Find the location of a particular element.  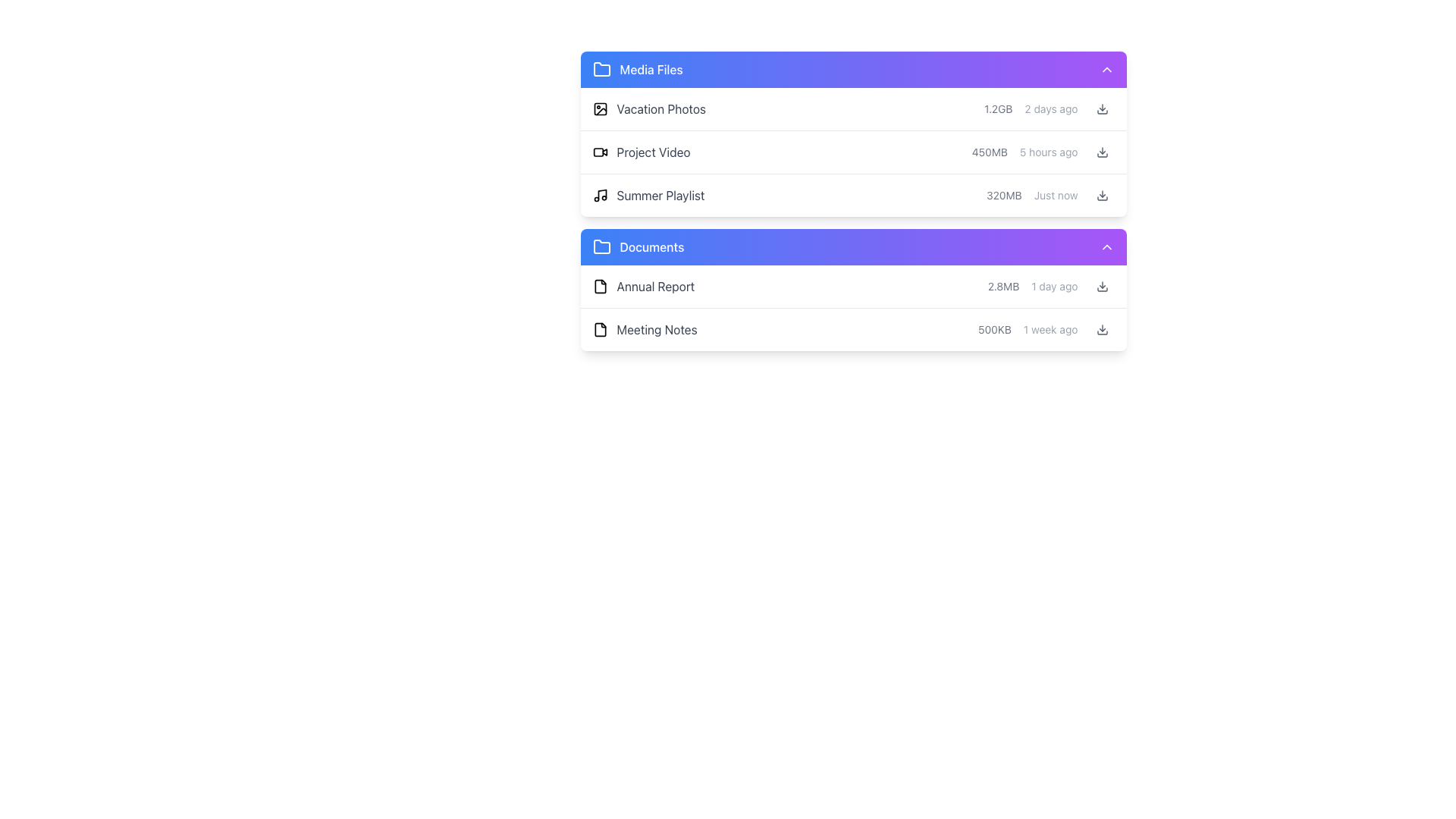

the static text label that conveys temporal information related to an event, located to the right of '2.8MB' is located at coordinates (1053, 287).